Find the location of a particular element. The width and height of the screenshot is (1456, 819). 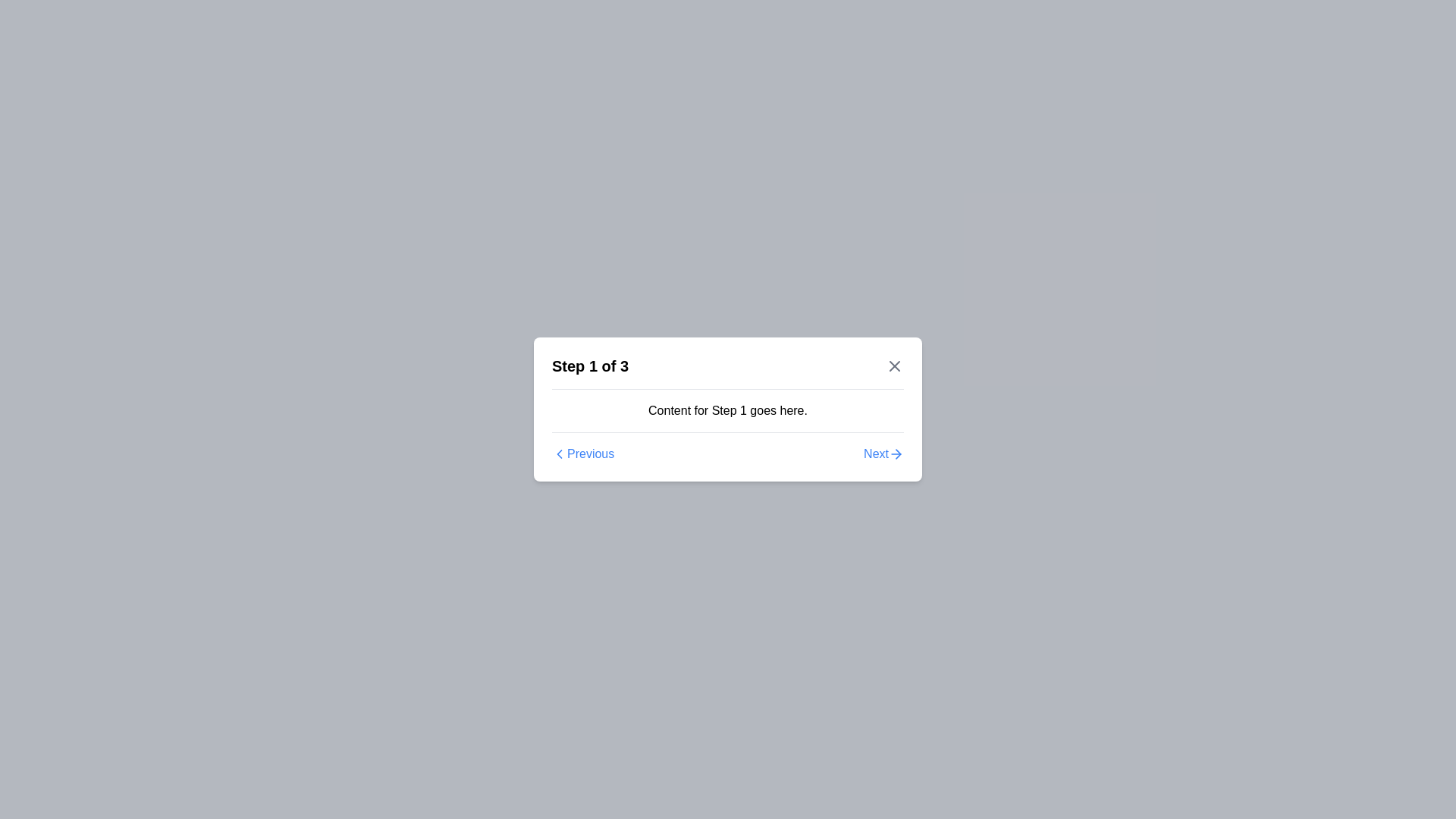

the 'X' close icon located at the top right corner of the modal dialog is located at coordinates (895, 366).